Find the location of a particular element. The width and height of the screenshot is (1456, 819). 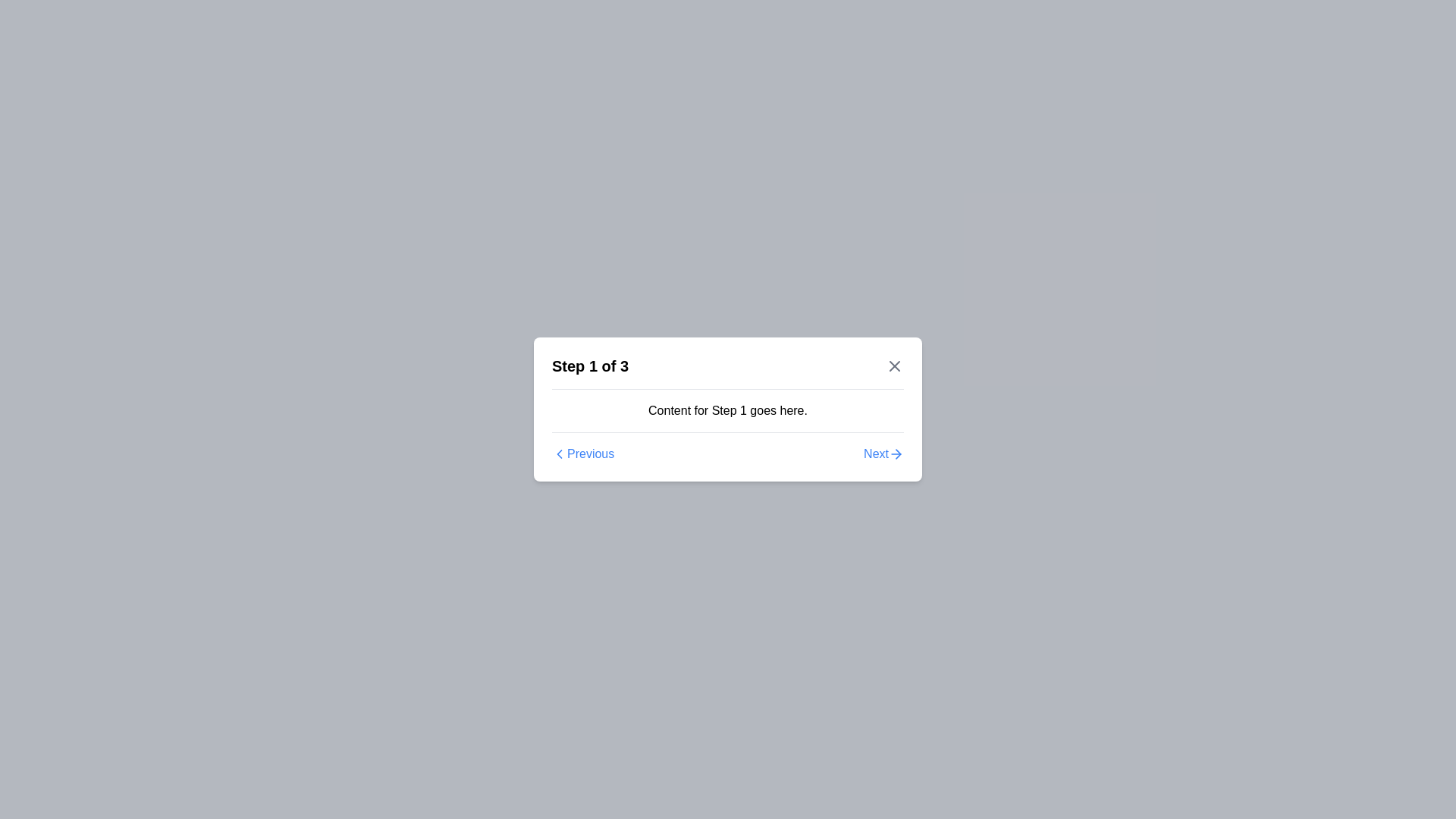

the 'X' close icon located at the top right corner of the modal dialog is located at coordinates (895, 366).